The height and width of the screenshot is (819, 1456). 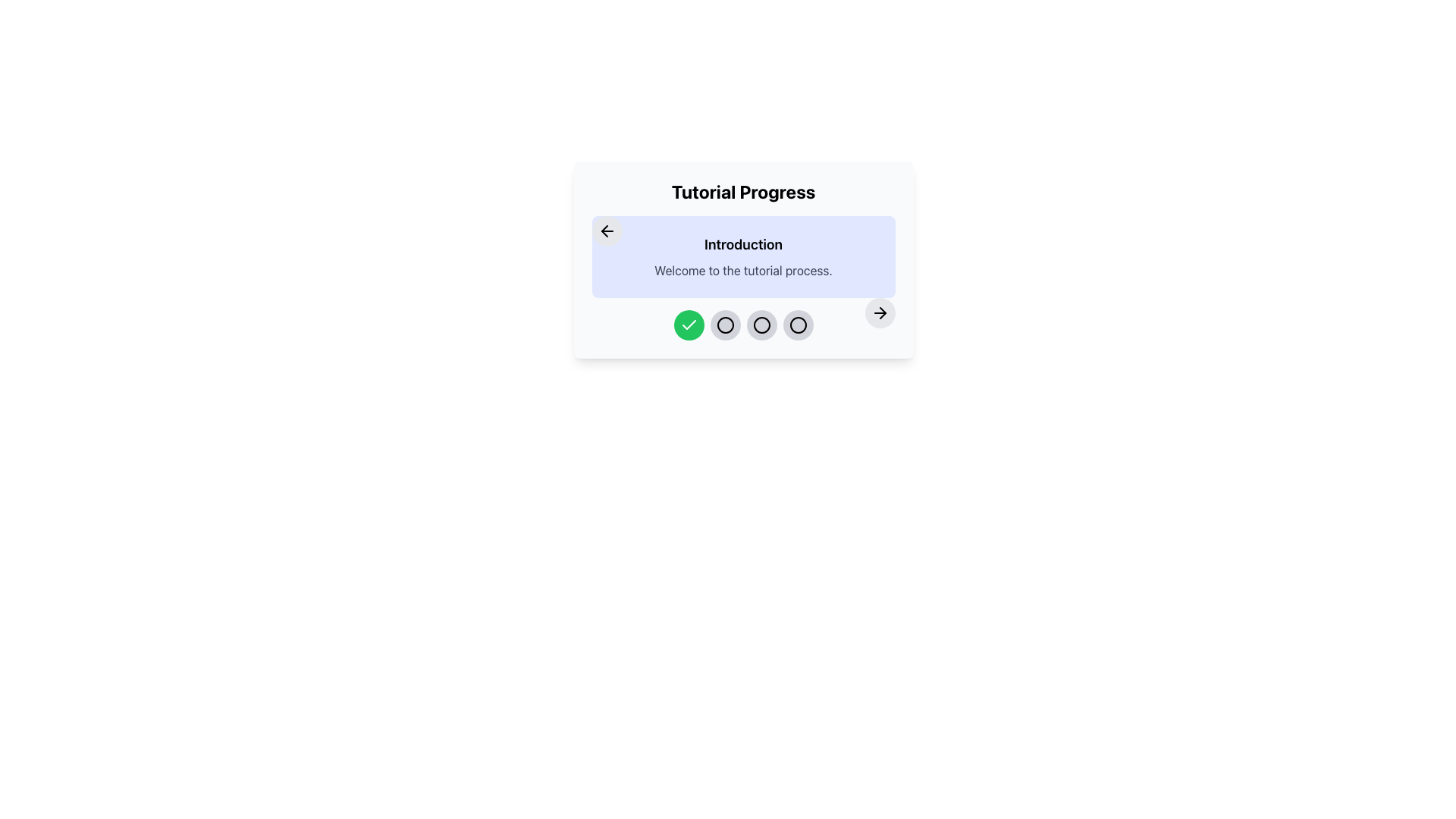 What do you see at coordinates (743, 256) in the screenshot?
I see `text from the Text block with a light blue, rounded rectangular background that contains the bold text 'Introduction' and the smaller text 'Welcome to the tutorial process.'` at bounding box center [743, 256].